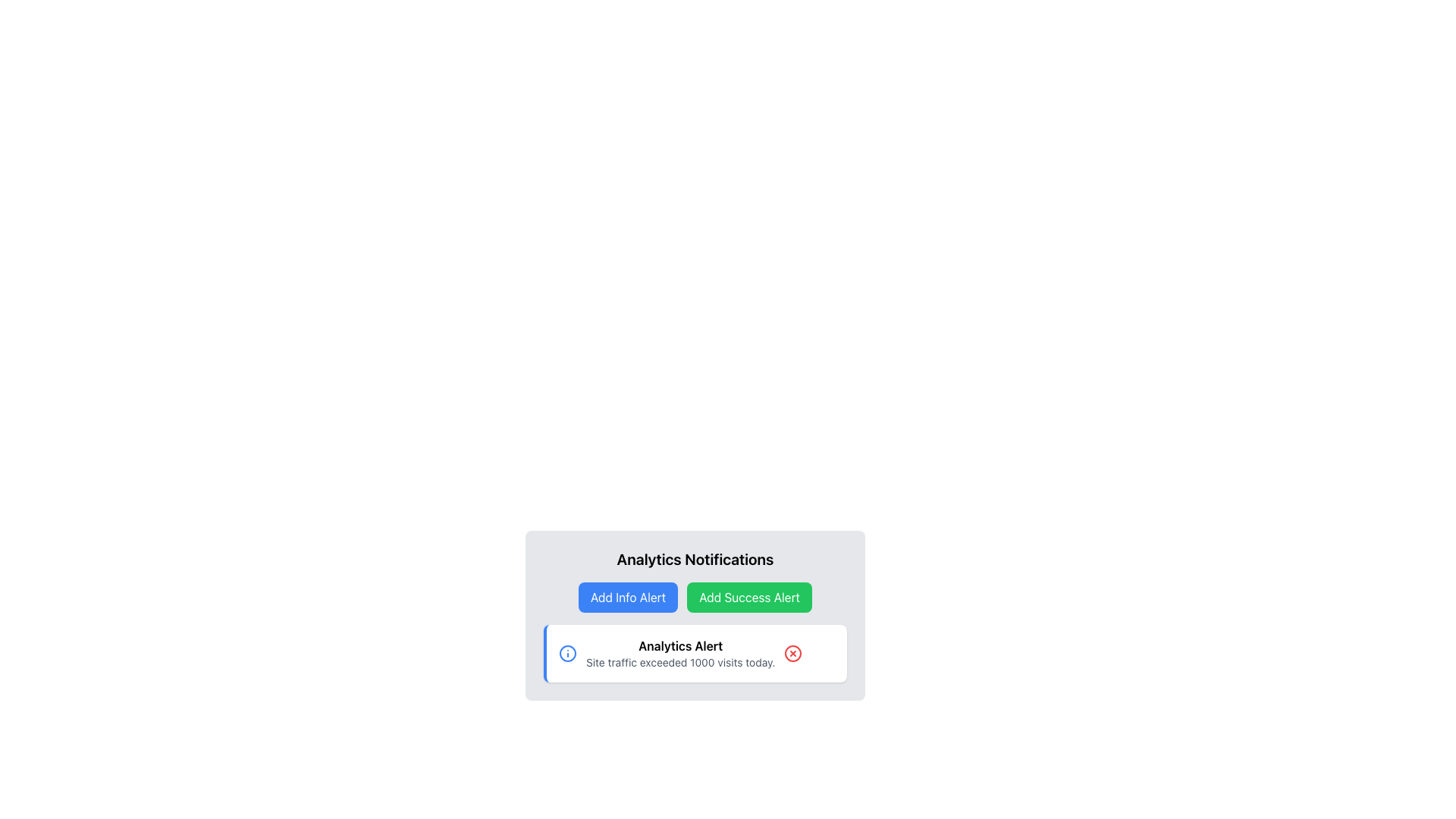 Image resolution: width=1456 pixels, height=819 pixels. I want to click on the icon in the 'Analytics Alert' notification card, positioned at the top-left corner before the heading text 'Analytics Alert', so click(566, 652).